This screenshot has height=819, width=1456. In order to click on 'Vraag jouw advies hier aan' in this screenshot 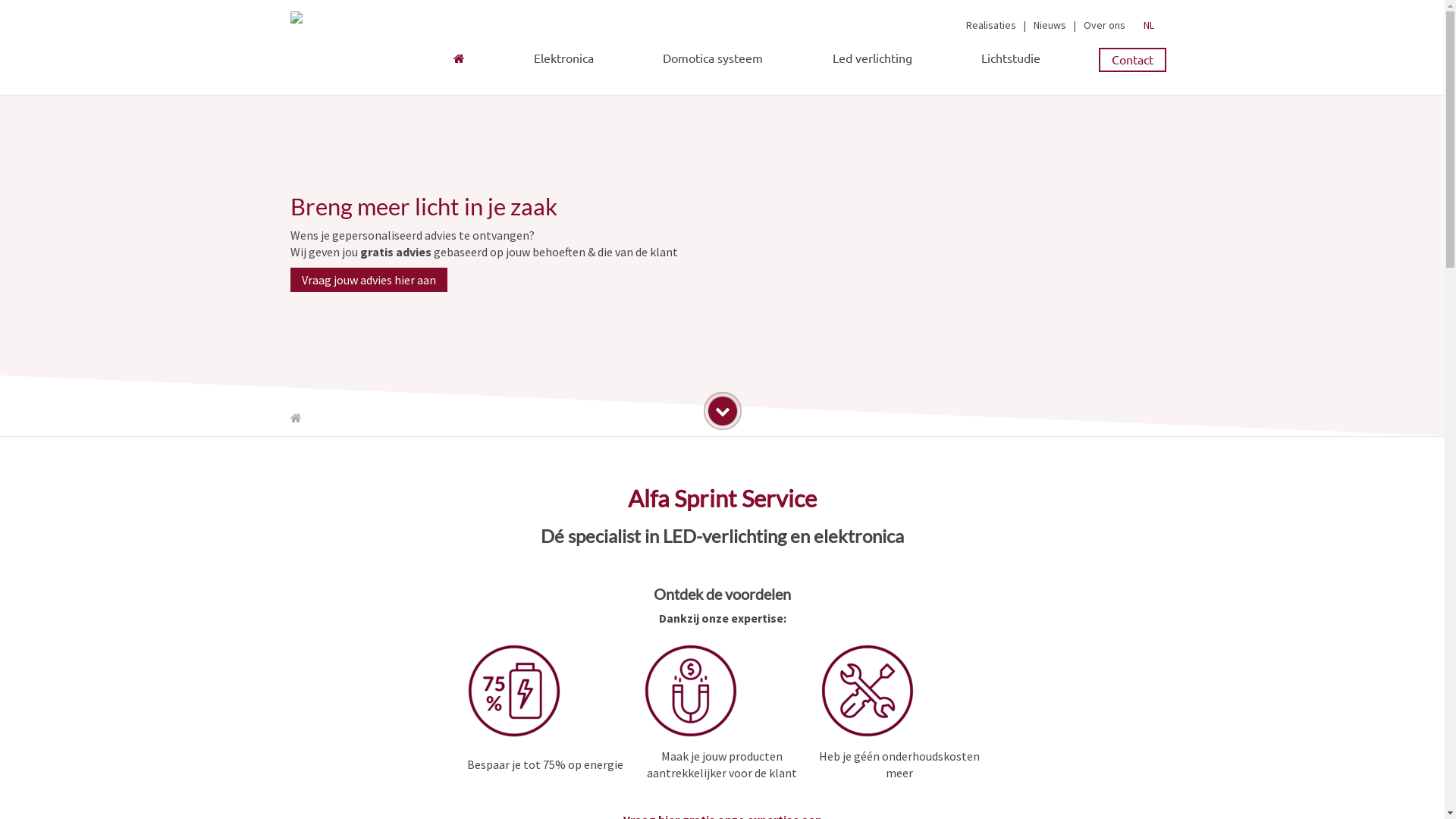, I will do `click(368, 280)`.